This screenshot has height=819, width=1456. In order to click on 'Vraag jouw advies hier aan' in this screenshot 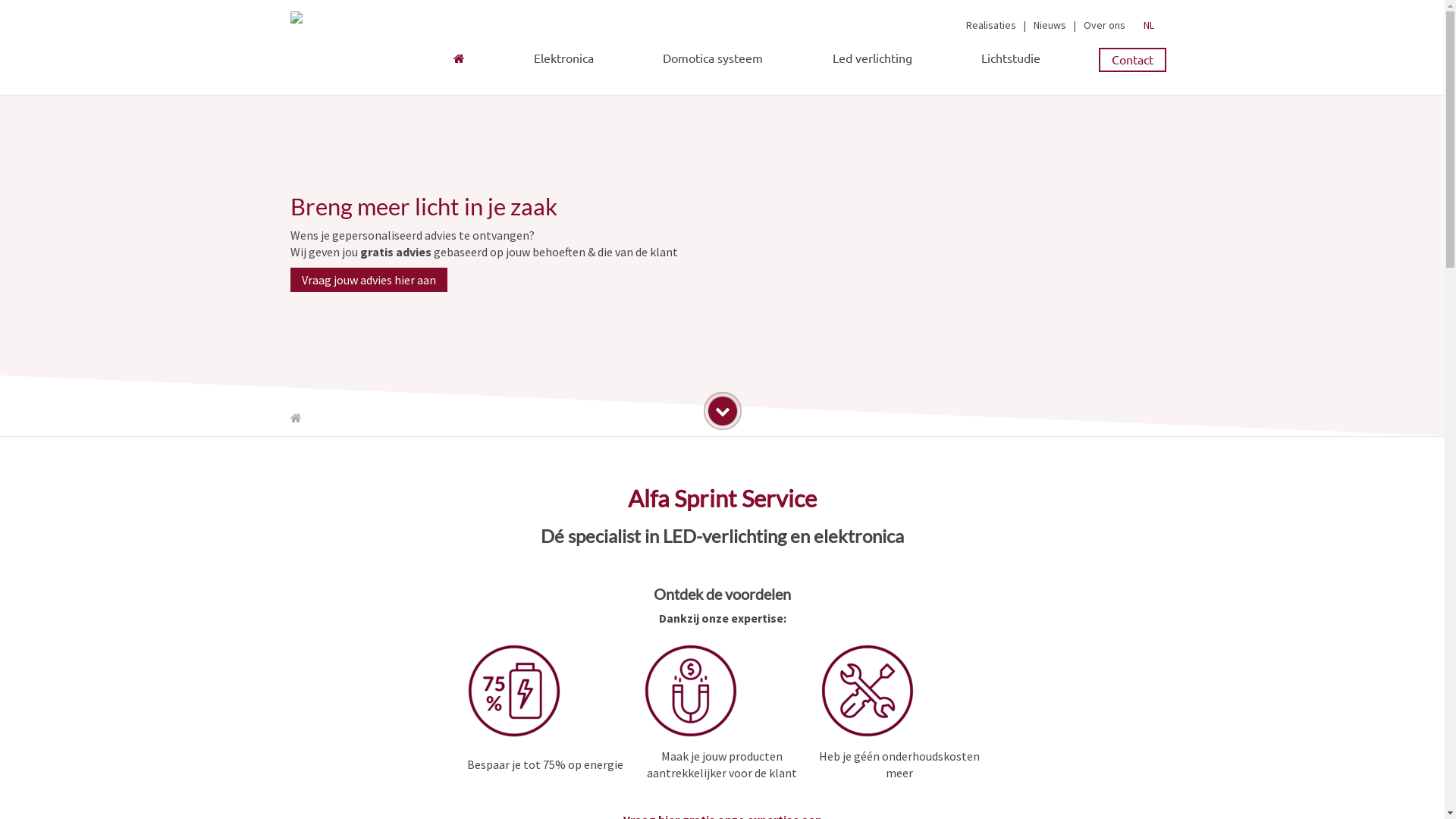, I will do `click(368, 280)`.